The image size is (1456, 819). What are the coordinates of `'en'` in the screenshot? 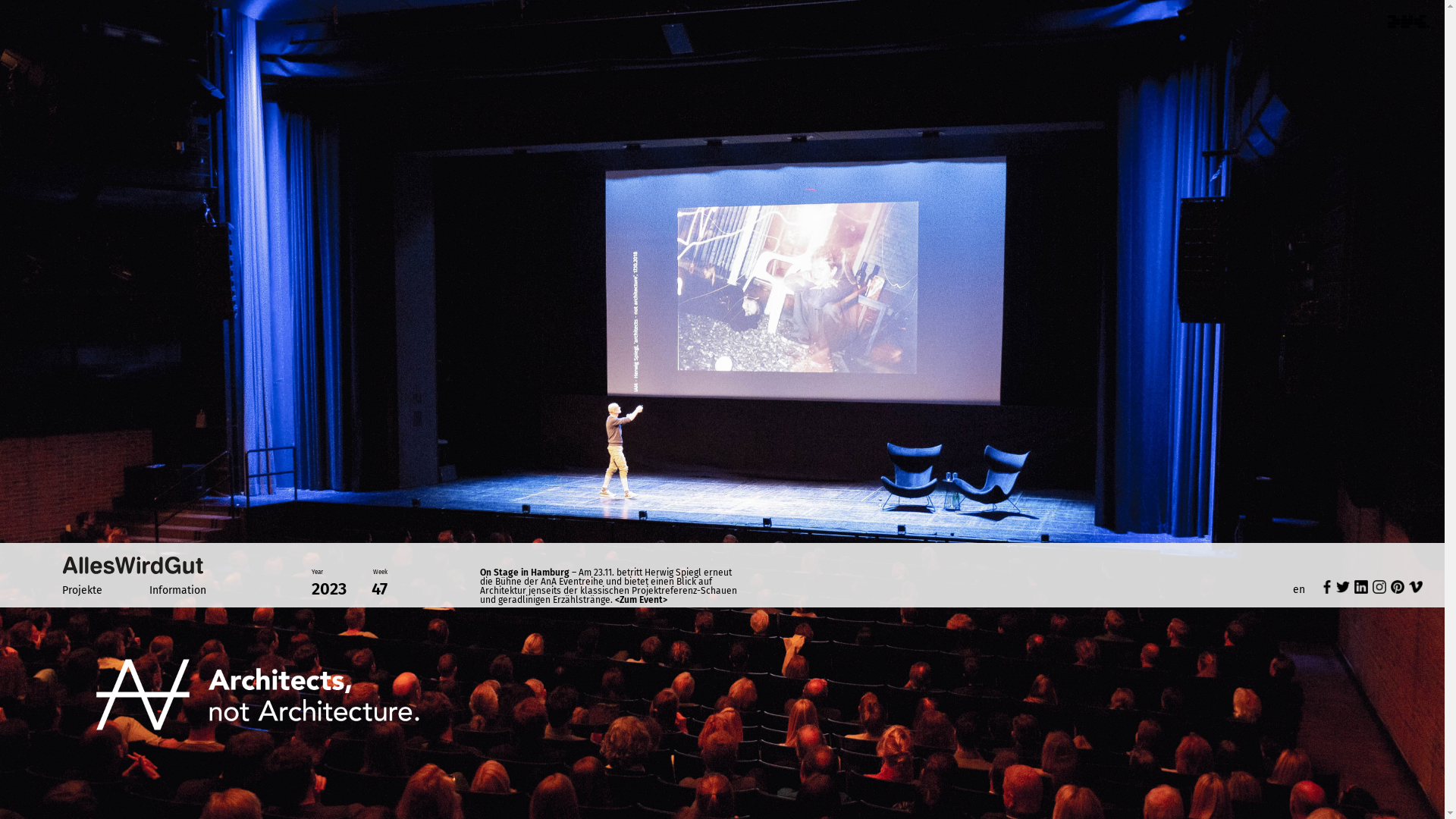 It's located at (1298, 588).